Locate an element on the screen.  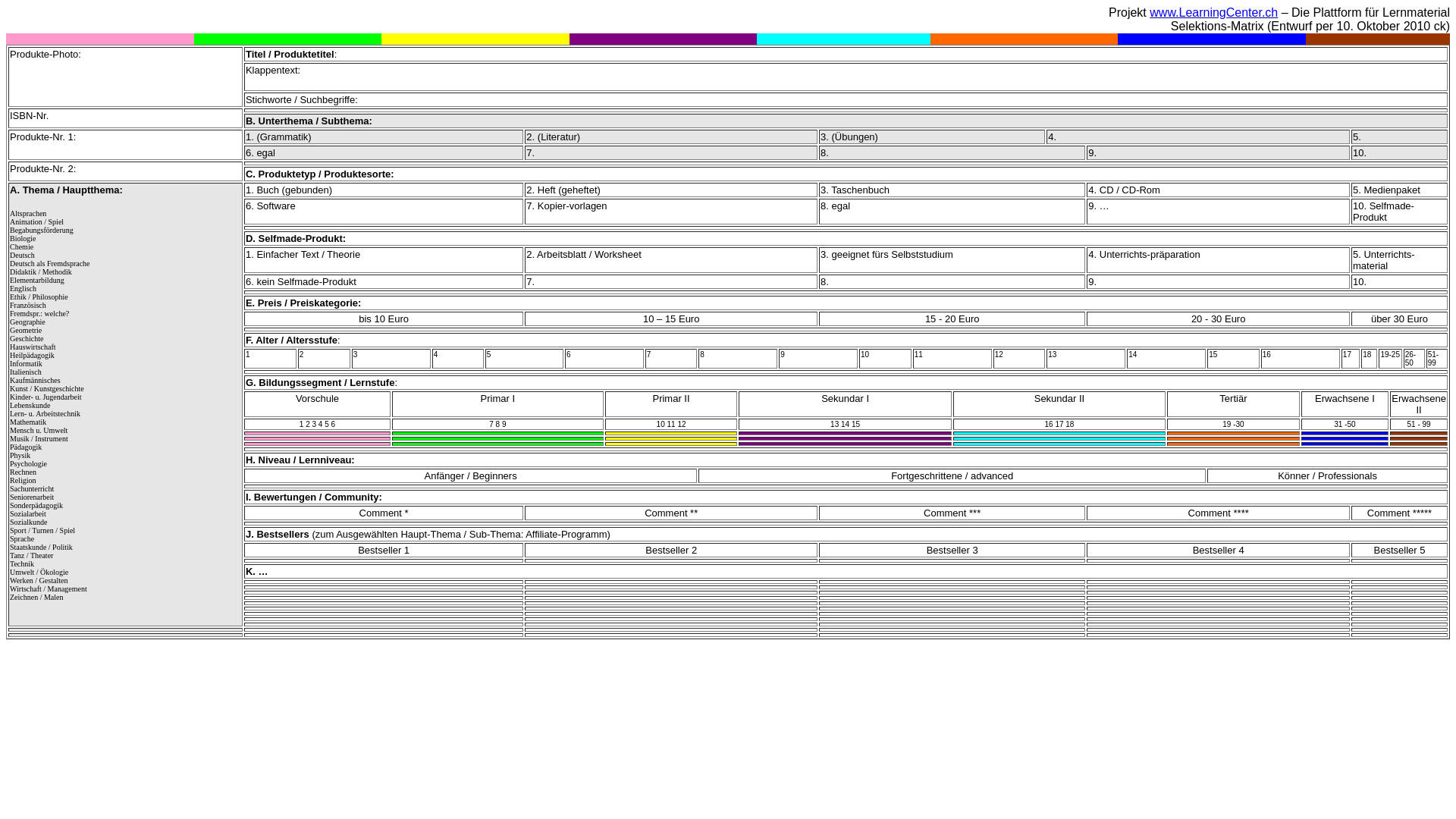
'www.LearningCenter.ch' is located at coordinates (1213, 12).